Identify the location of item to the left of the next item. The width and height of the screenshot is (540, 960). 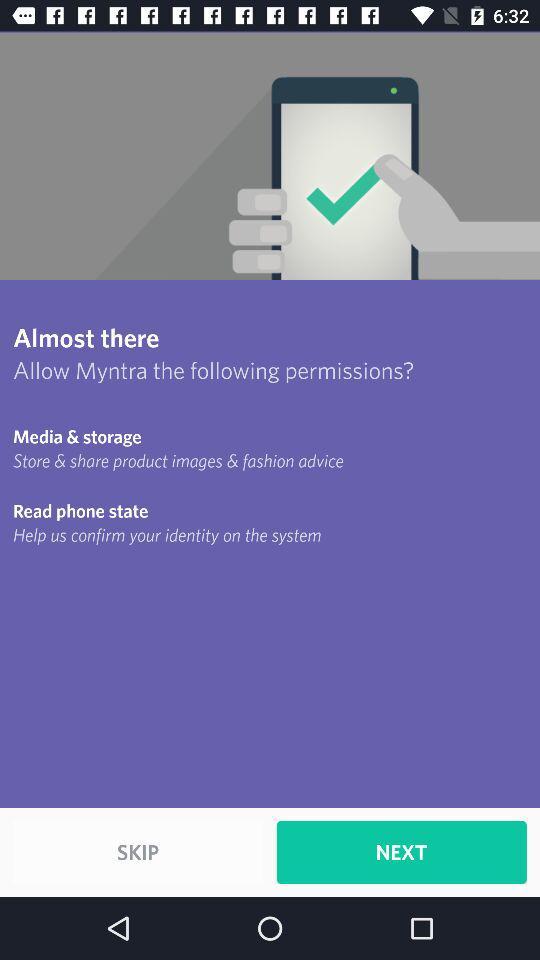
(137, 851).